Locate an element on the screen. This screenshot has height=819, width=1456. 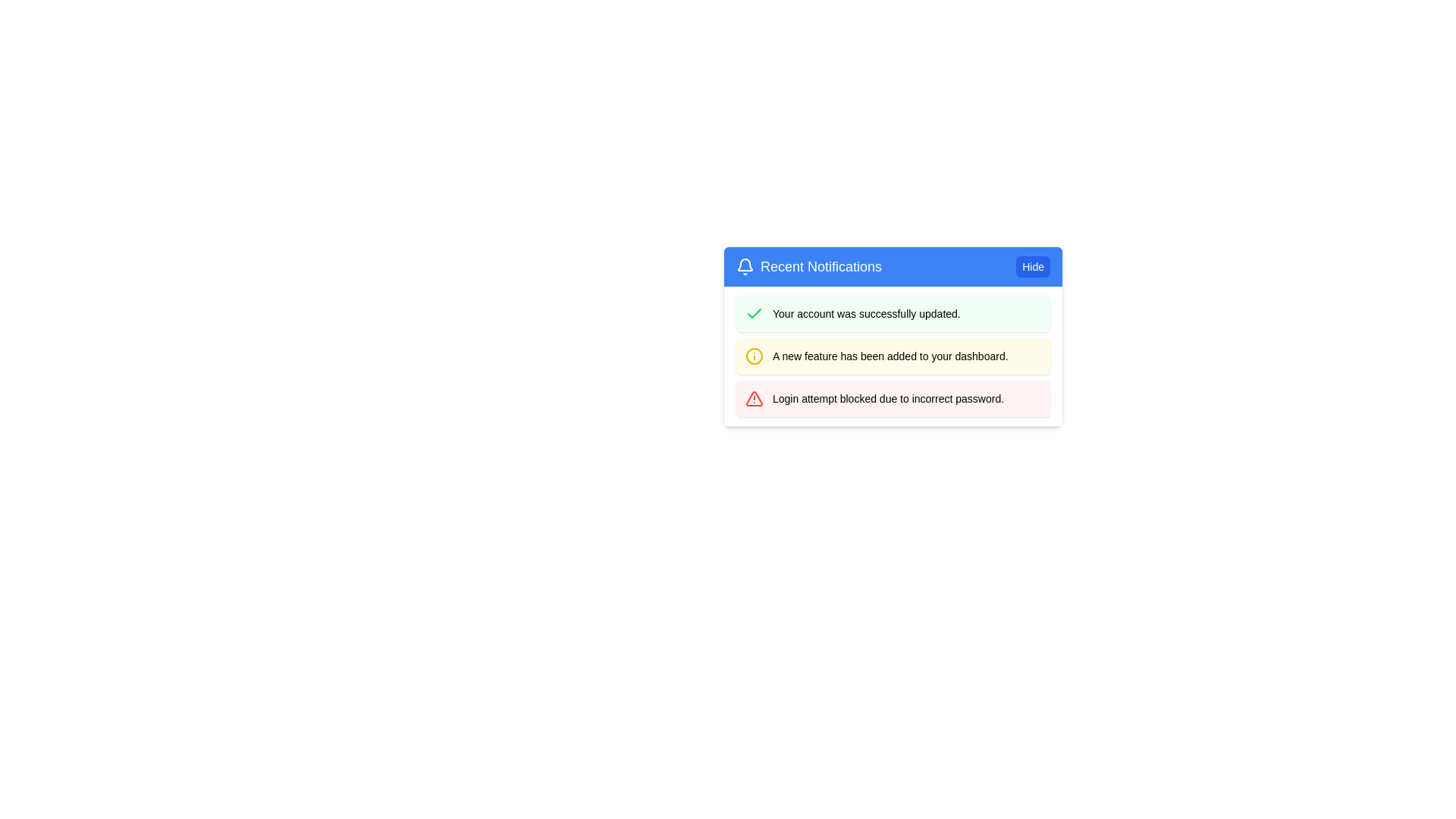
the yellow information marker icon, which is an outlined circle with a downward line segment, located to the left of the notification message 'A new feature has been added to your dashboard.' is located at coordinates (754, 356).